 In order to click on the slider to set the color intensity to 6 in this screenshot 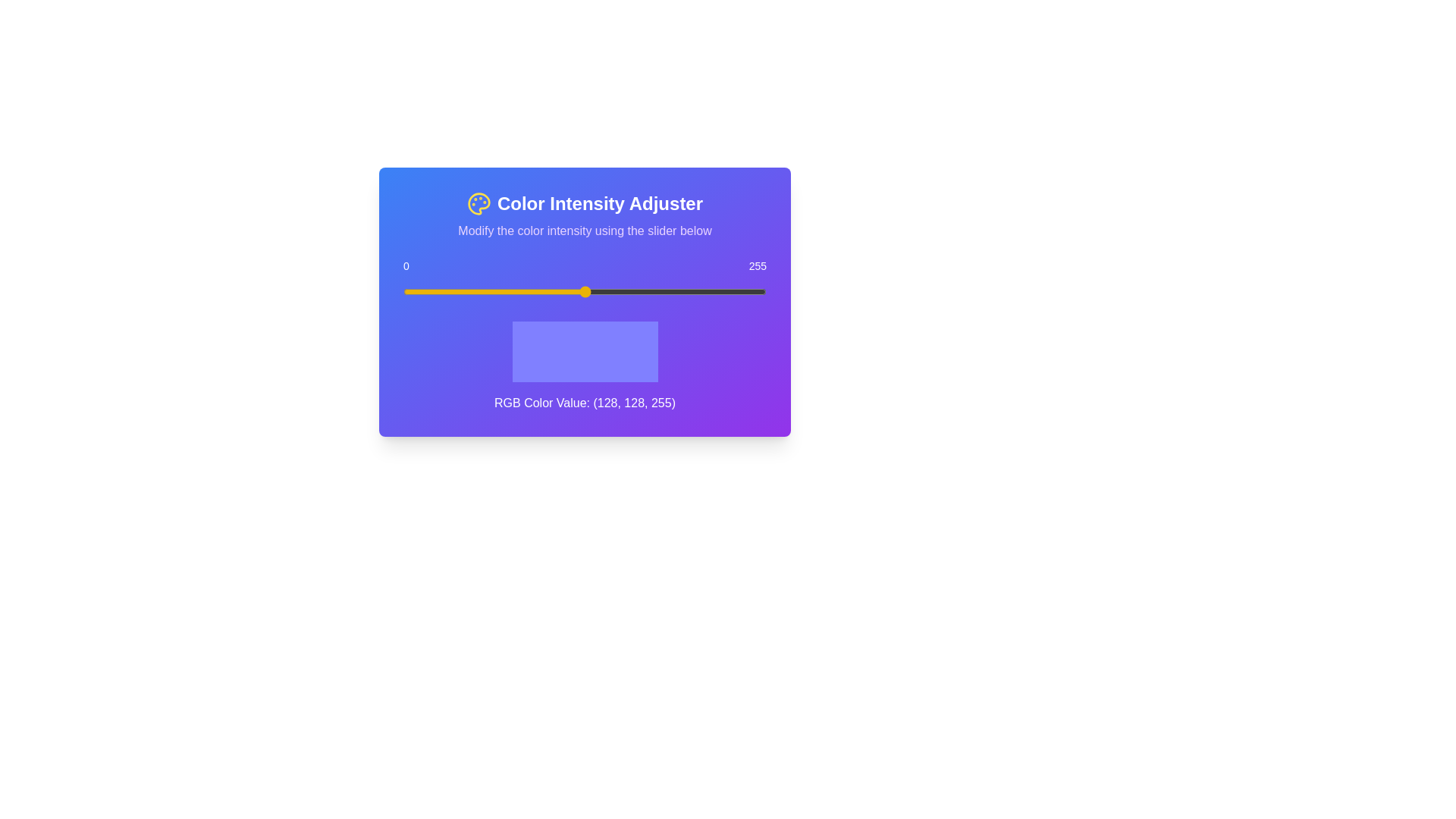, I will do `click(412, 292)`.